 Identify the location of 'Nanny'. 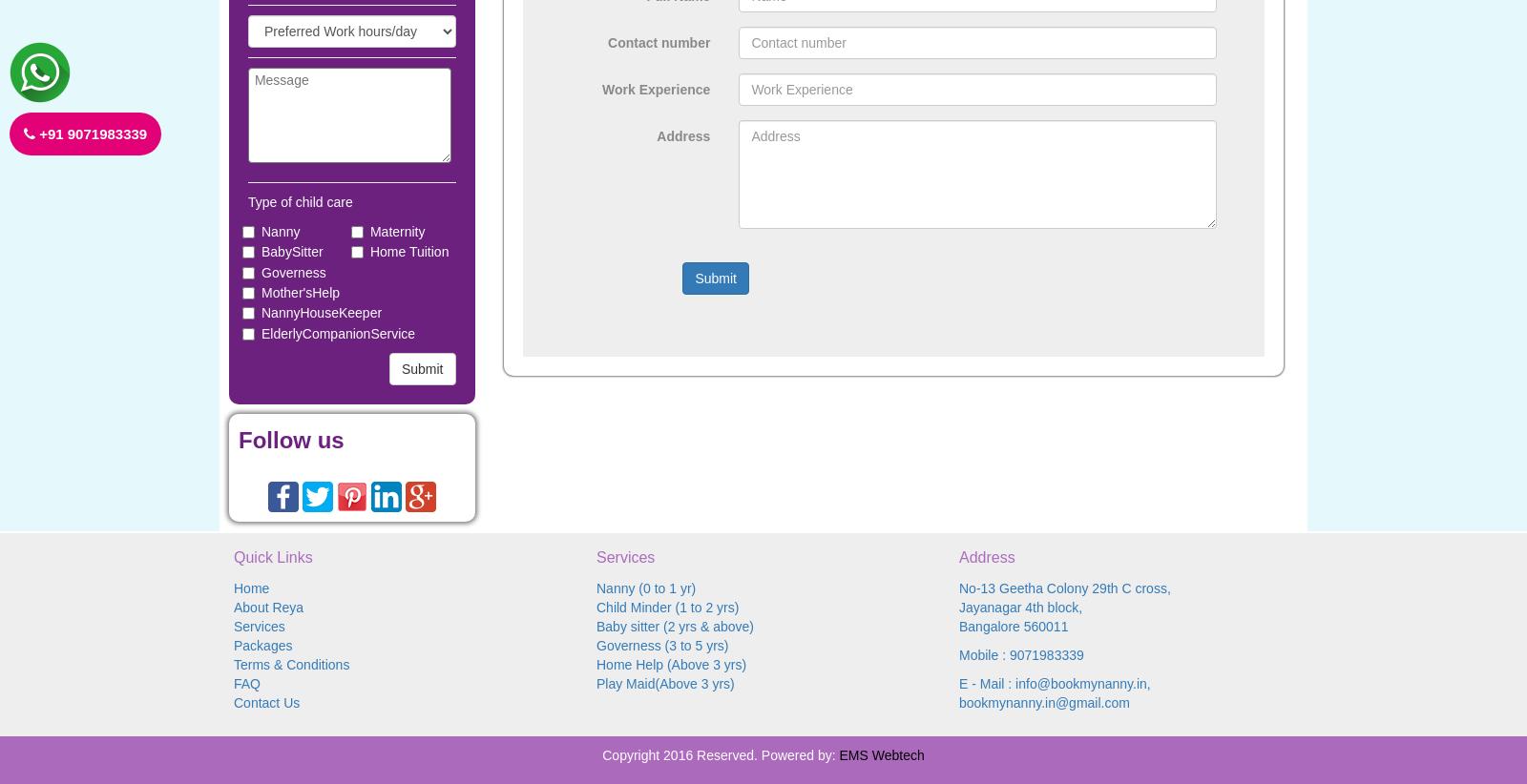
(281, 231).